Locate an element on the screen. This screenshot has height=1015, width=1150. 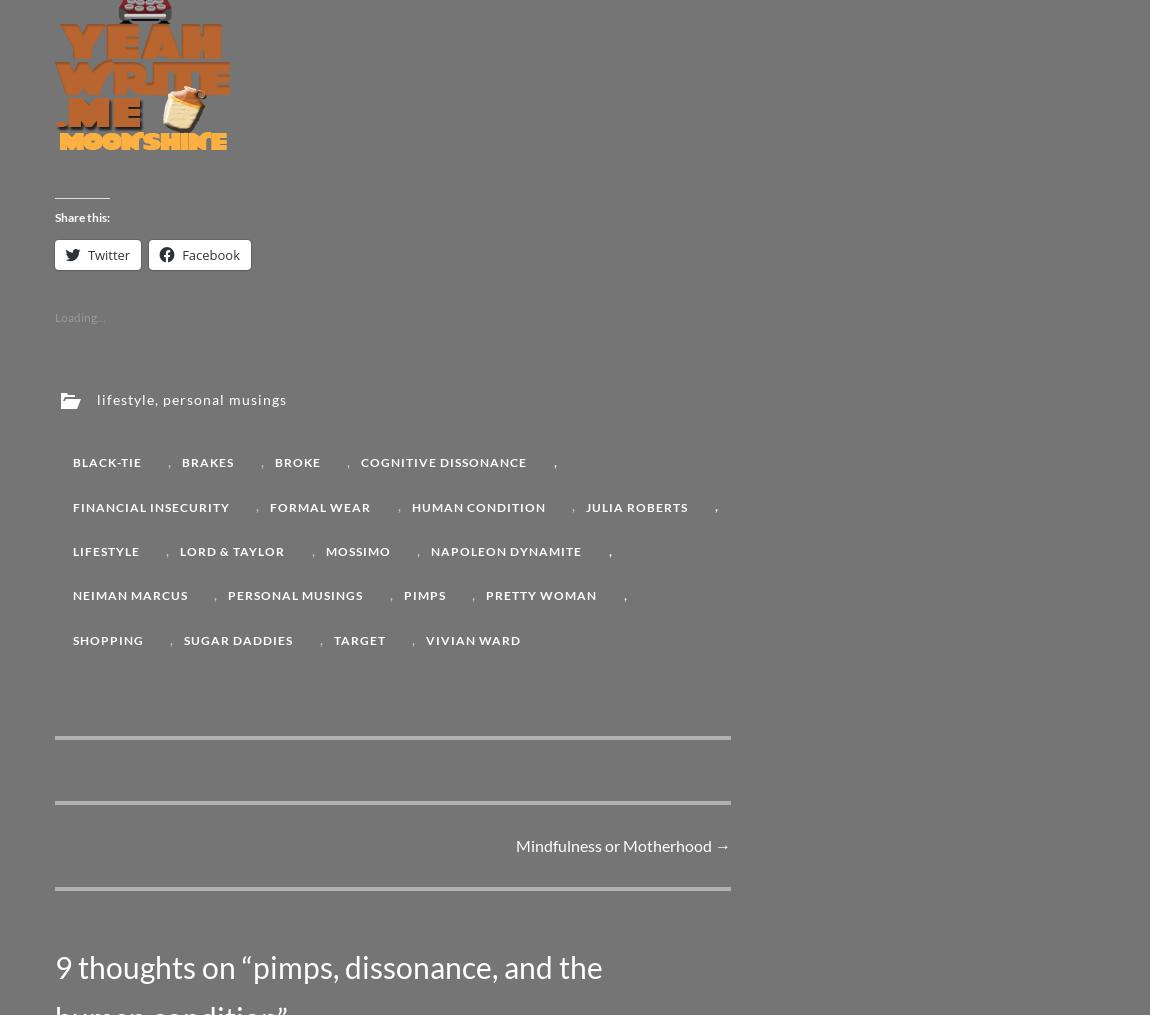
'pimps' is located at coordinates (402, 594).